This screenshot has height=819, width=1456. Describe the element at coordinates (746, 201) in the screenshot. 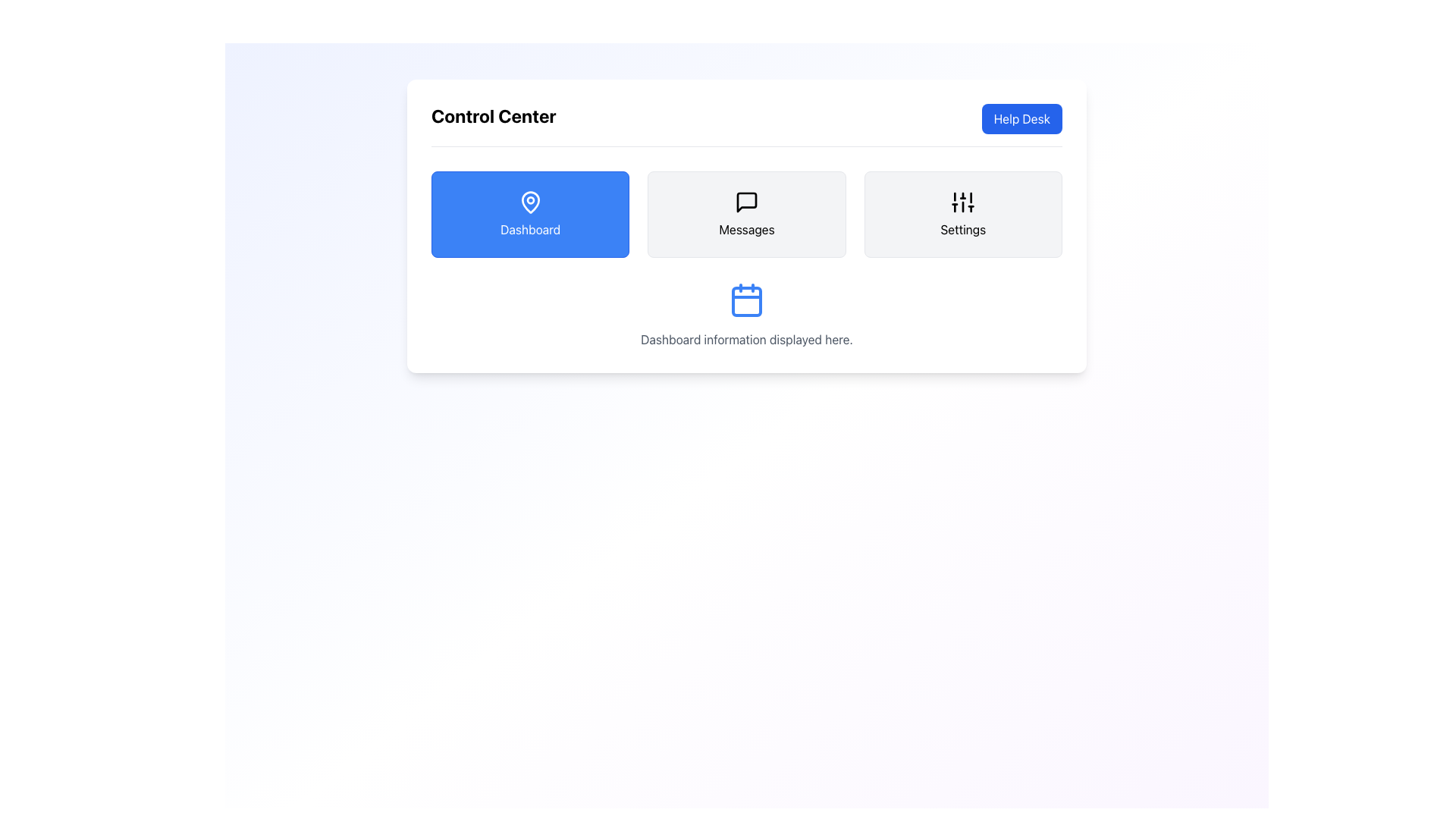

I see `the 'Messages' icon located in the center of the card labeled 'Messages'` at that location.